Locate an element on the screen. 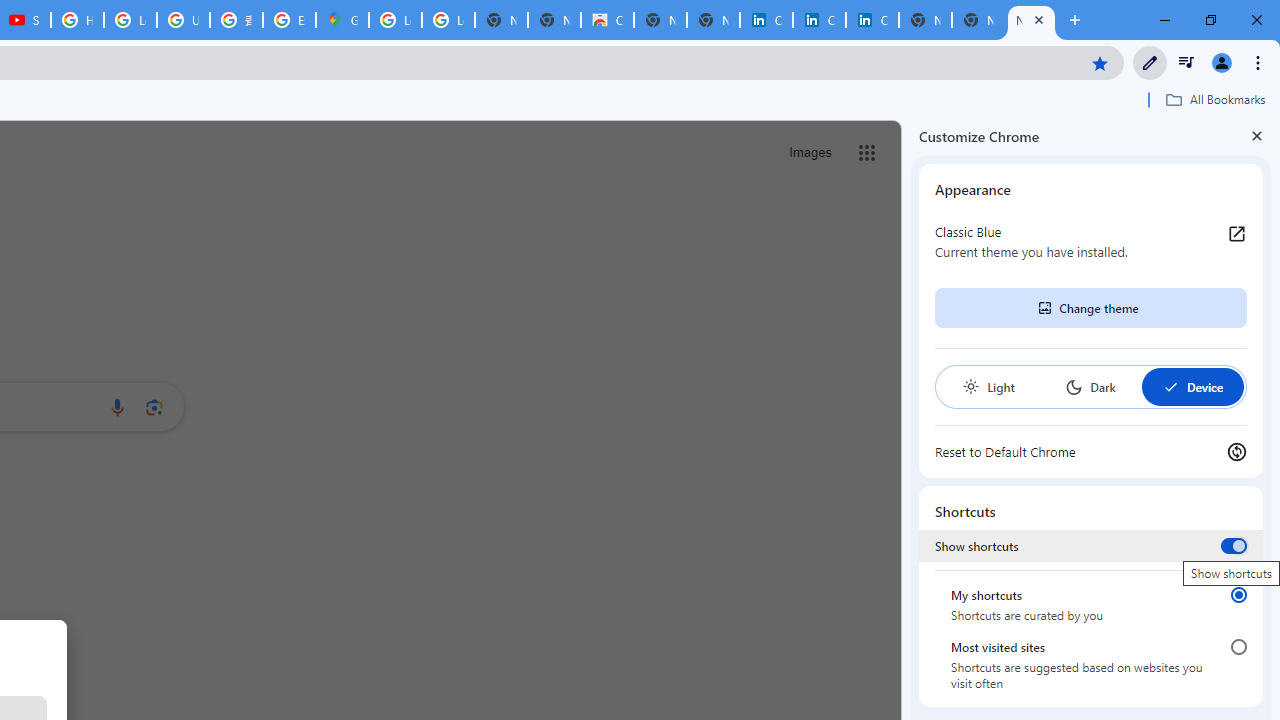 This screenshot has height=720, width=1280. 'AutomationID: baseSvg' is located at coordinates (1170, 387).